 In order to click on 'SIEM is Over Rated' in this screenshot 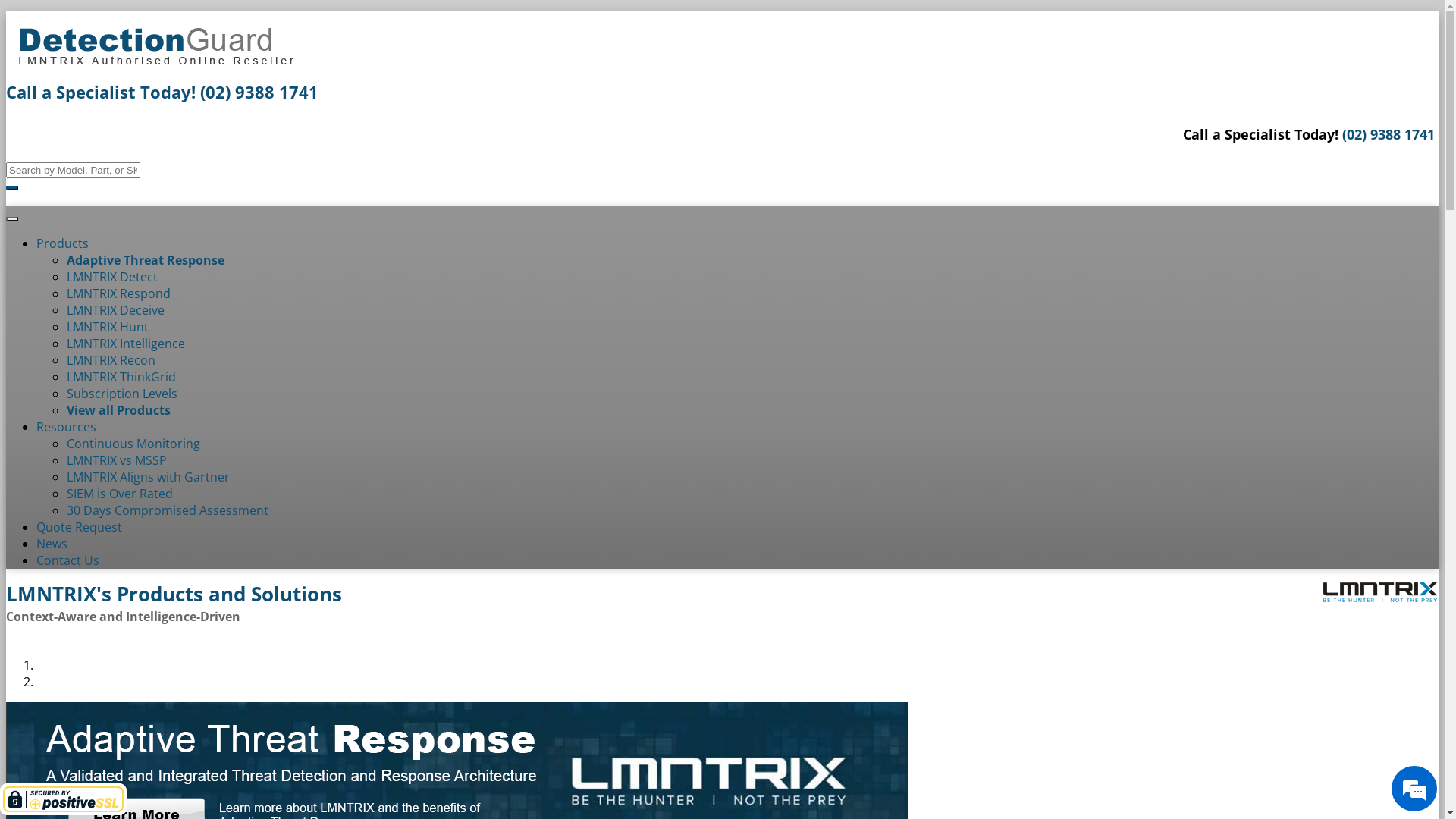, I will do `click(119, 494)`.